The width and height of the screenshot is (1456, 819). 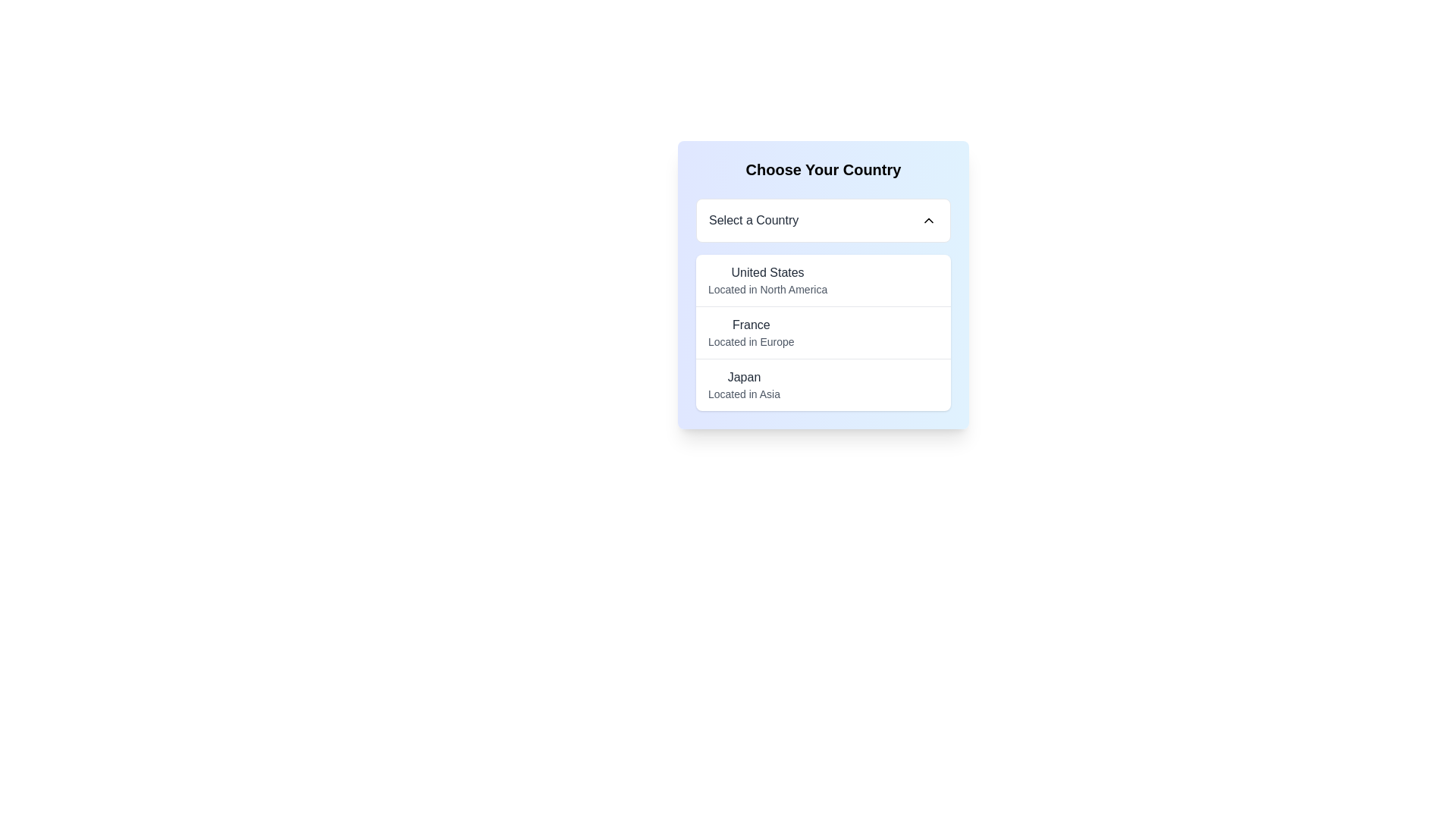 I want to click on the first selectable option in the list labeled 'United States' under the heading 'Choose Your Country', so click(x=822, y=284).